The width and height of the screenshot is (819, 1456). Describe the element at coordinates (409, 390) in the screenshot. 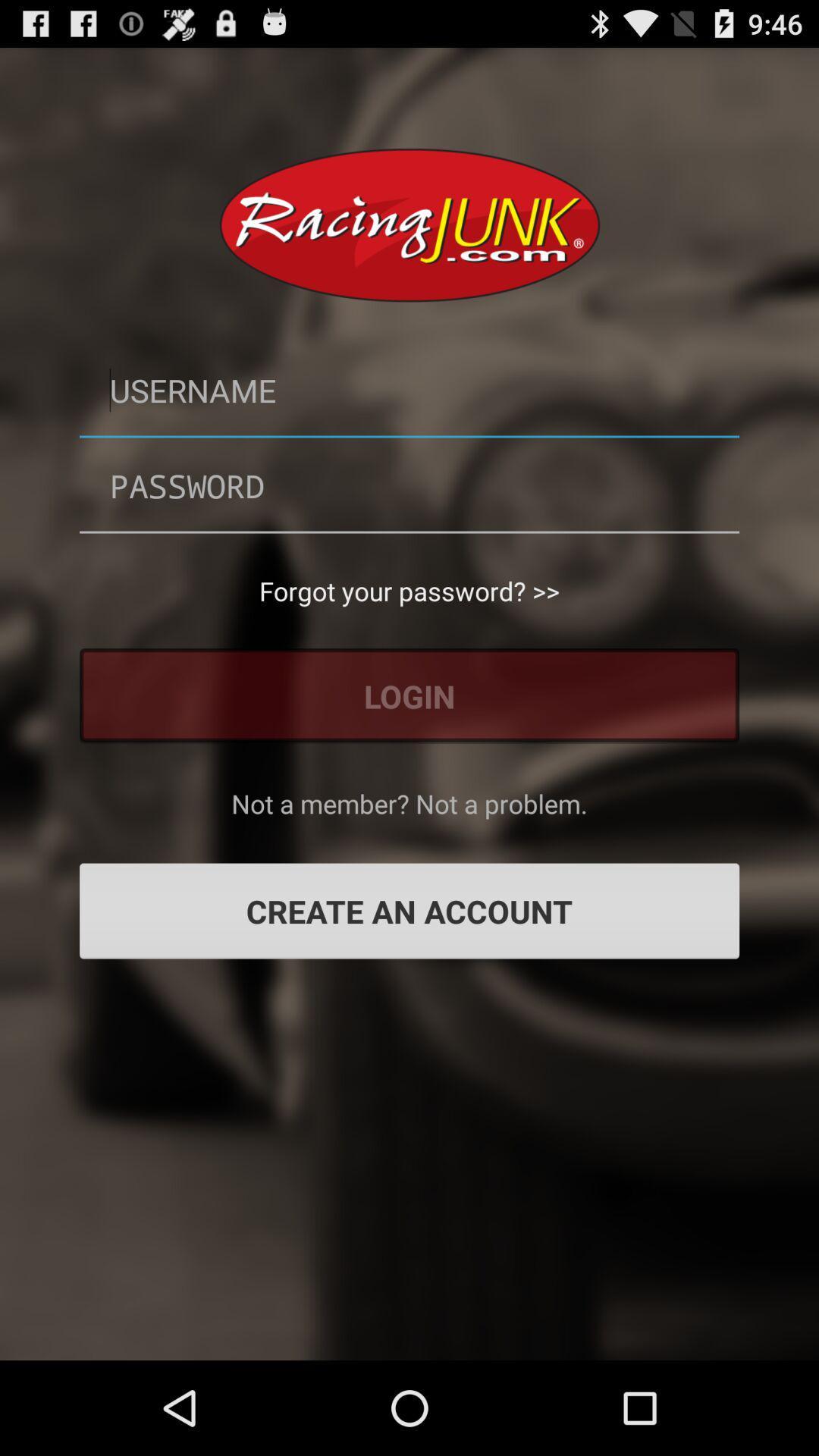

I see `username` at that location.